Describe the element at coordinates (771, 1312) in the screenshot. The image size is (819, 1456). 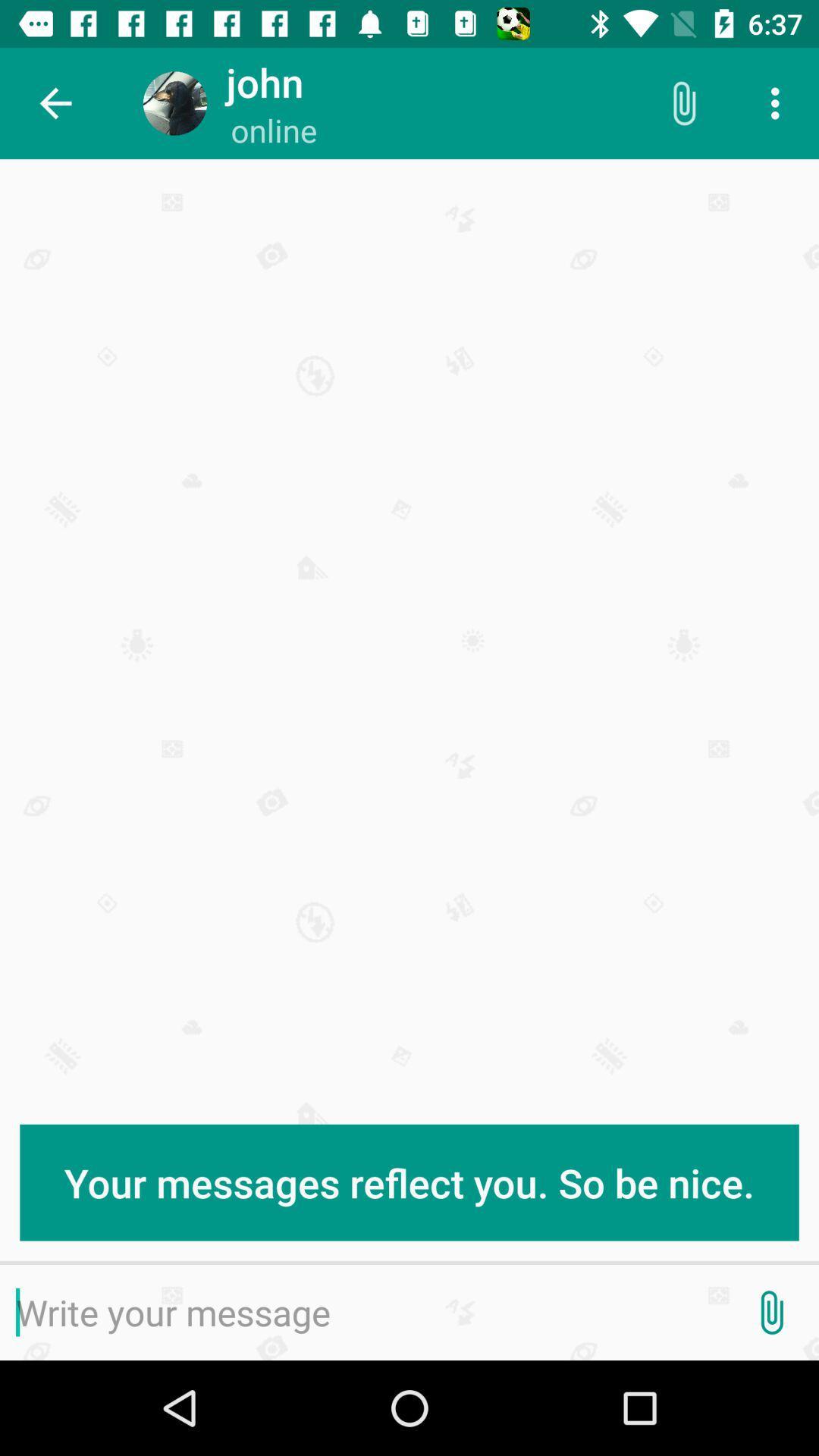
I see `attach file` at that location.